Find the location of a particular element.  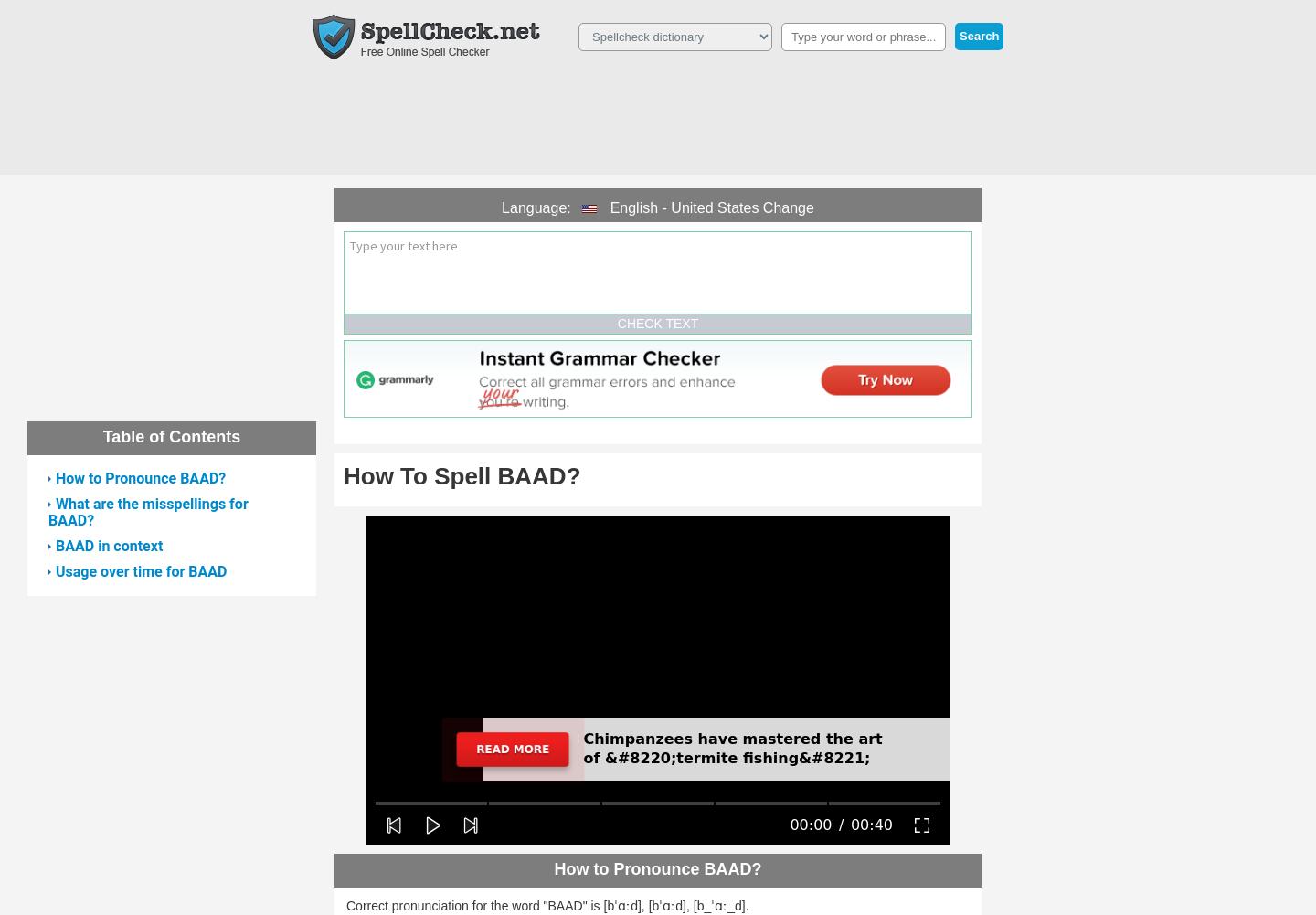

'/' is located at coordinates (841, 825).